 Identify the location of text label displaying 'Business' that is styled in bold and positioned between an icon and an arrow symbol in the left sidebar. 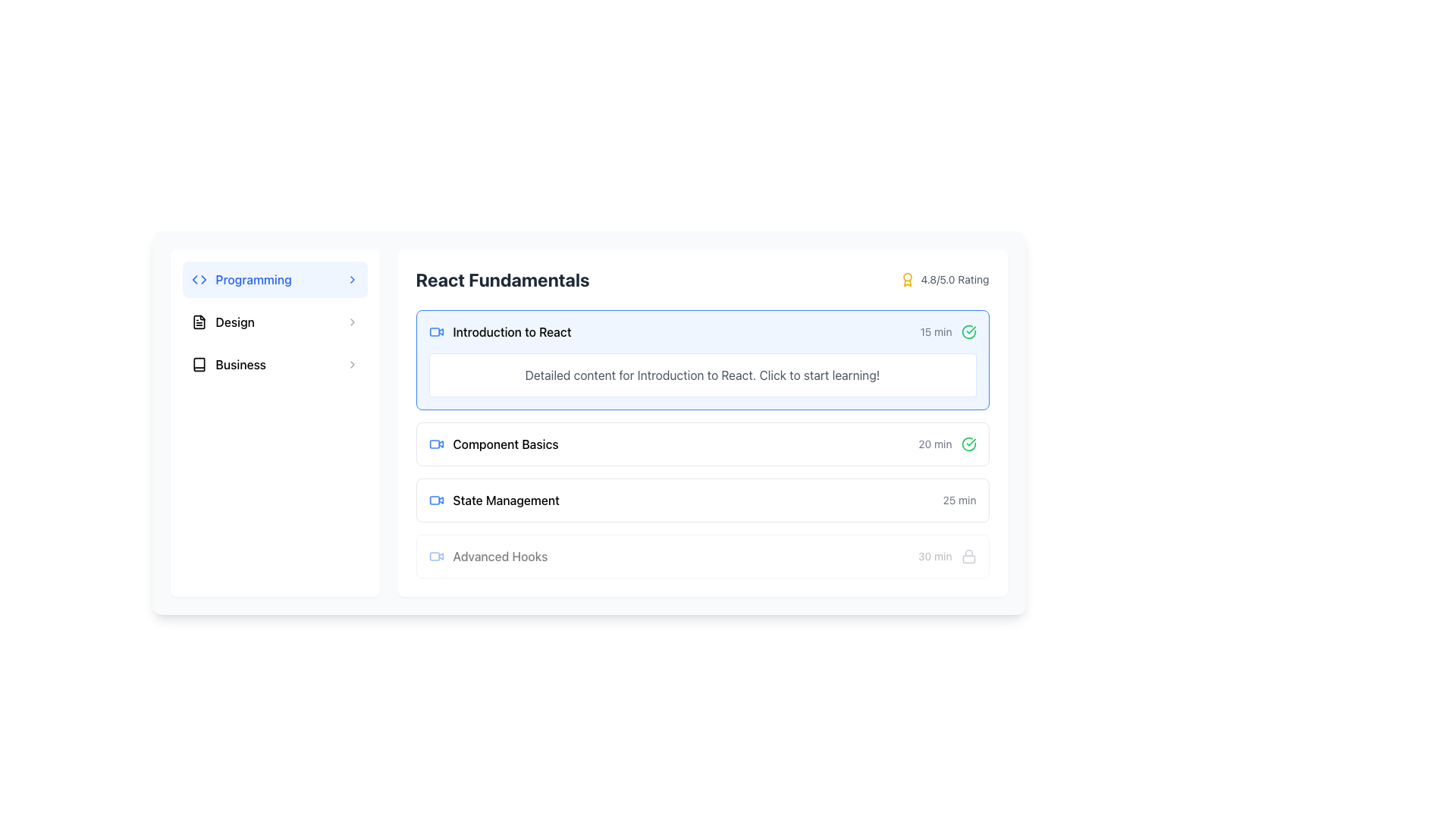
(240, 365).